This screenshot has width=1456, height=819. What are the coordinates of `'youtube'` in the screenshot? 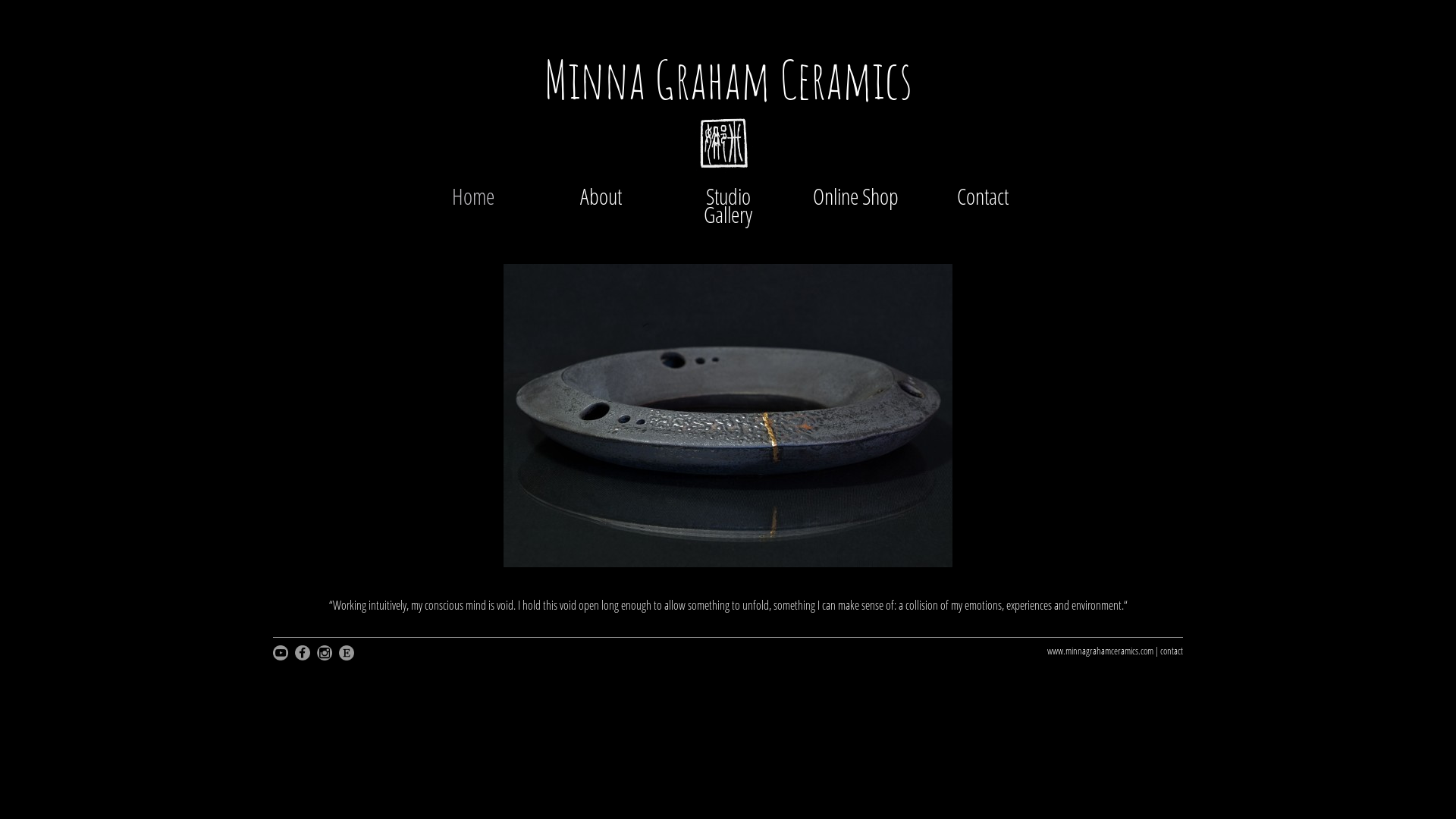 It's located at (273, 651).